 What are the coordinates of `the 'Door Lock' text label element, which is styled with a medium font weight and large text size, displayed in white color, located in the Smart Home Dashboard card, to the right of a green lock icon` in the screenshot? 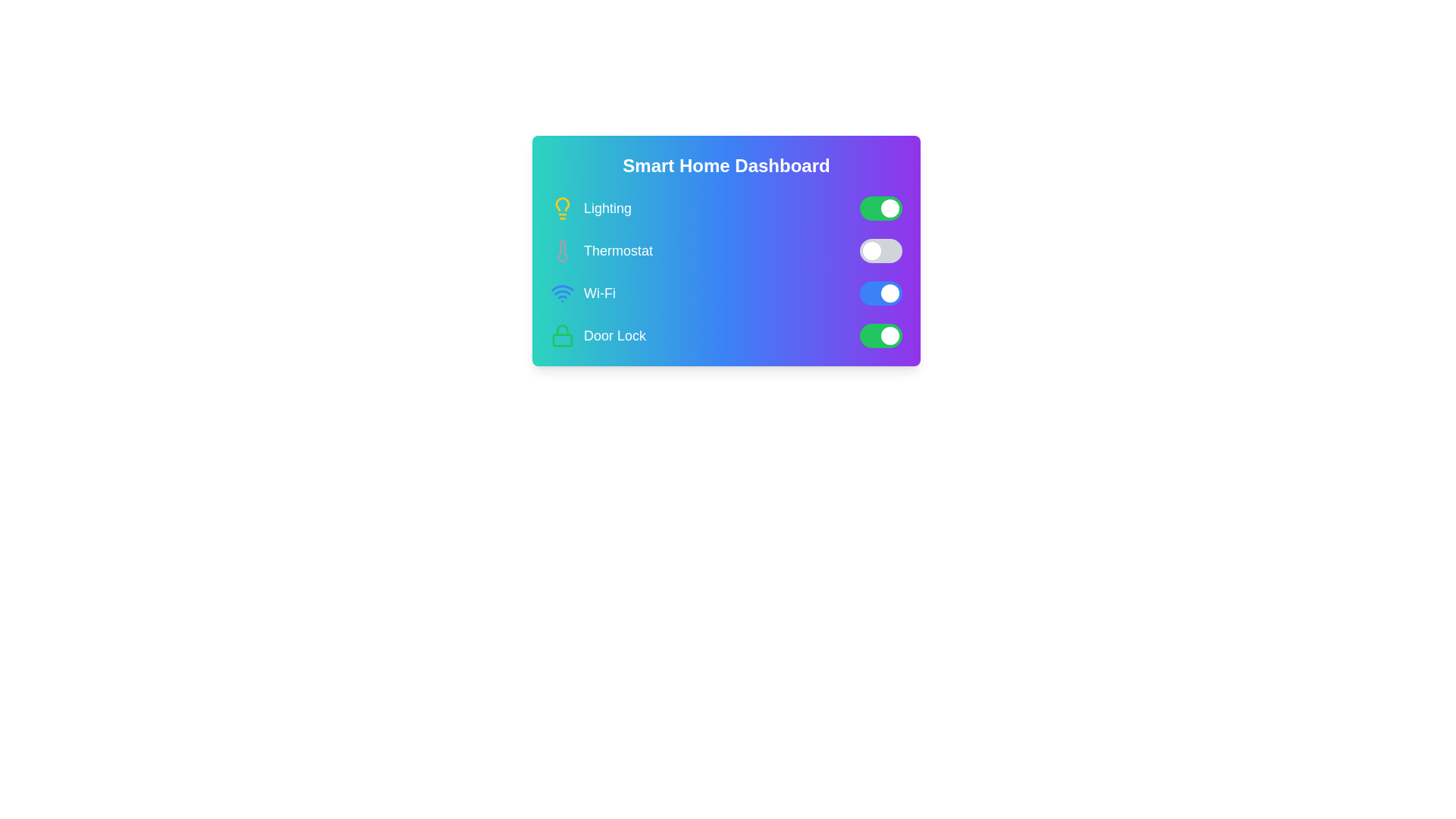 It's located at (615, 335).